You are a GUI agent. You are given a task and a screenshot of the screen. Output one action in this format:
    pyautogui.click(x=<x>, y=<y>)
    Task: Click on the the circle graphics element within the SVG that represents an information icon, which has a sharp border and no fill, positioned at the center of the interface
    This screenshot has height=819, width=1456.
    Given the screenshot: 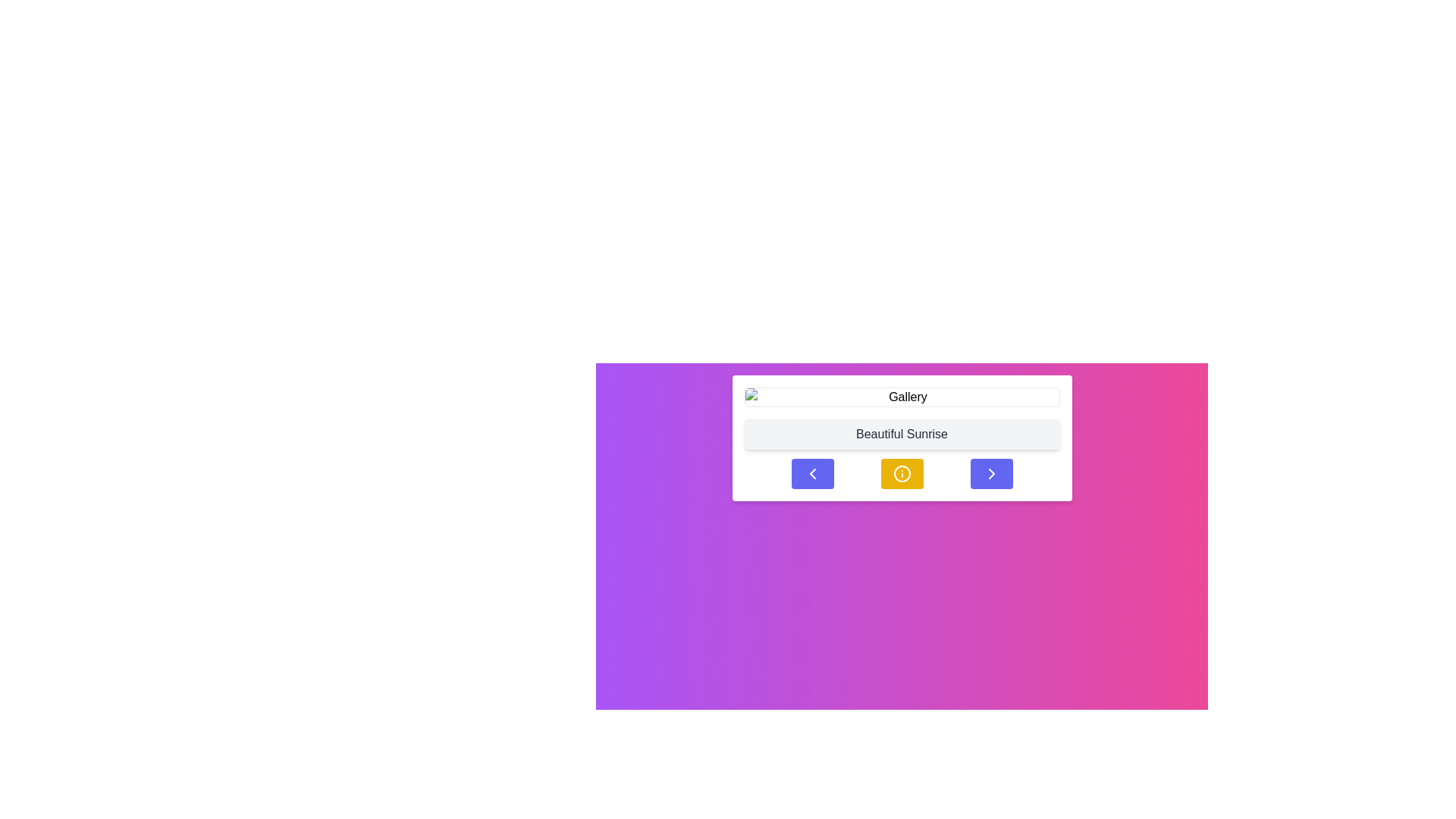 What is the action you would take?
    pyautogui.click(x=902, y=472)
    